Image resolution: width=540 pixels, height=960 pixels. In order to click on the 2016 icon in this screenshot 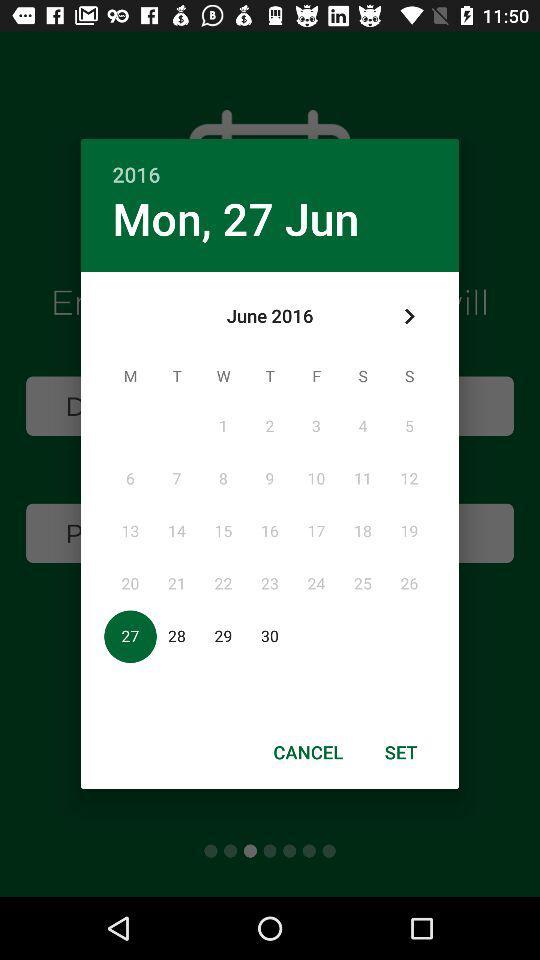, I will do `click(270, 162)`.